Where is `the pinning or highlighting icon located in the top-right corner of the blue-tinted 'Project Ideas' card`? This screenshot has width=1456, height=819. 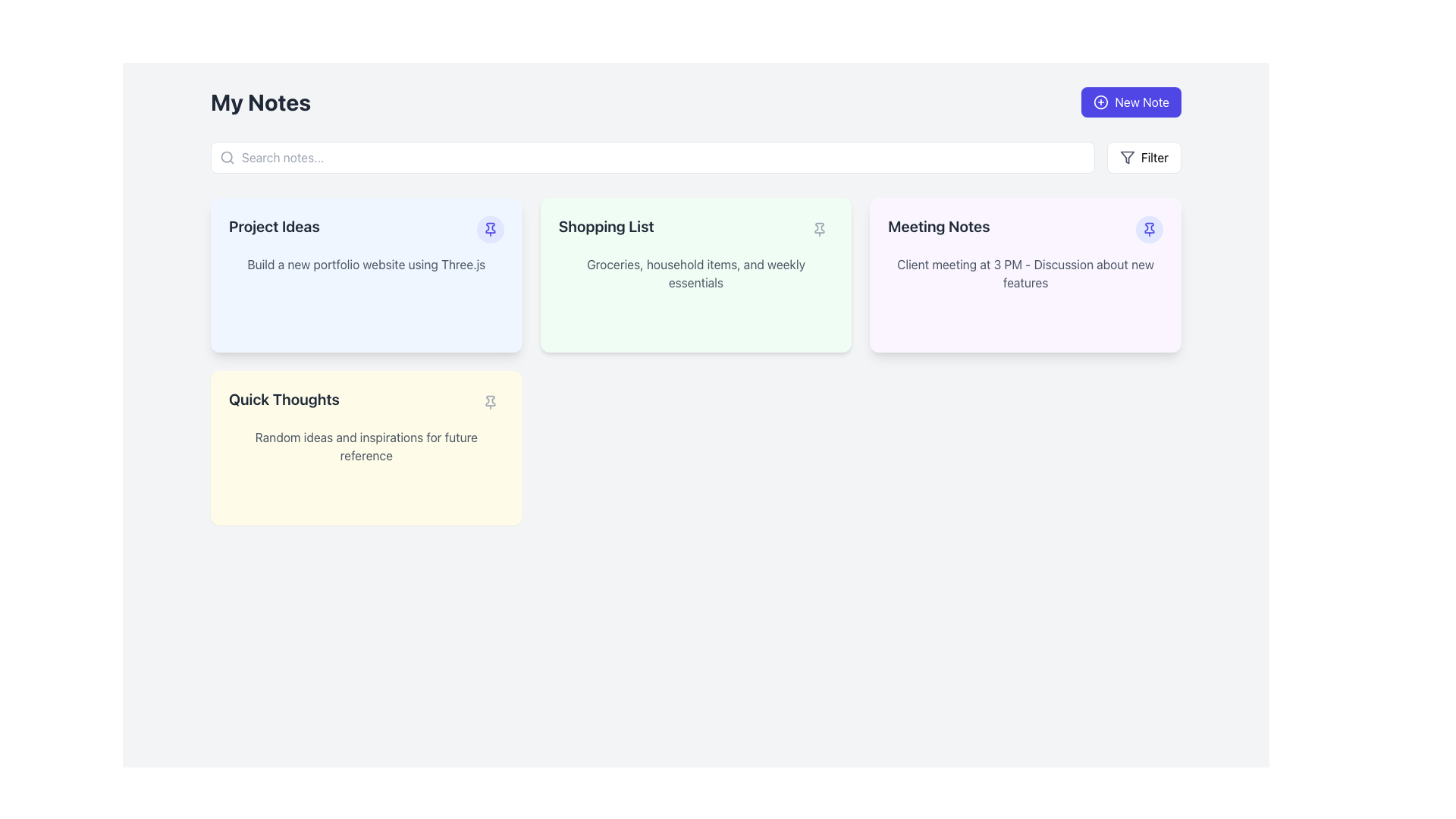 the pinning or highlighting icon located in the top-right corner of the blue-tinted 'Project Ideas' card is located at coordinates (490, 227).